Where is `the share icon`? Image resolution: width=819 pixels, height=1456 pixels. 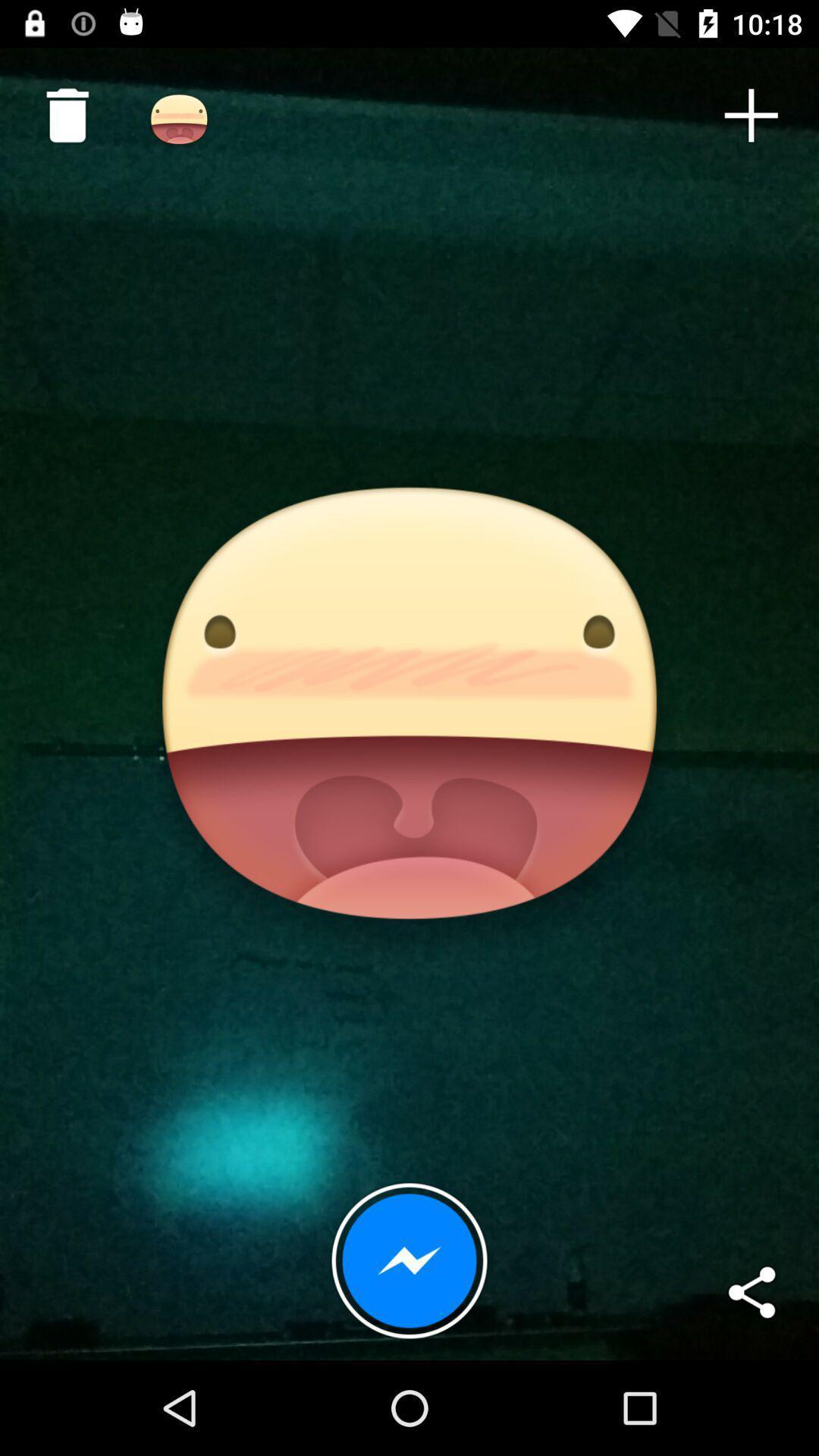
the share icon is located at coordinates (751, 1291).